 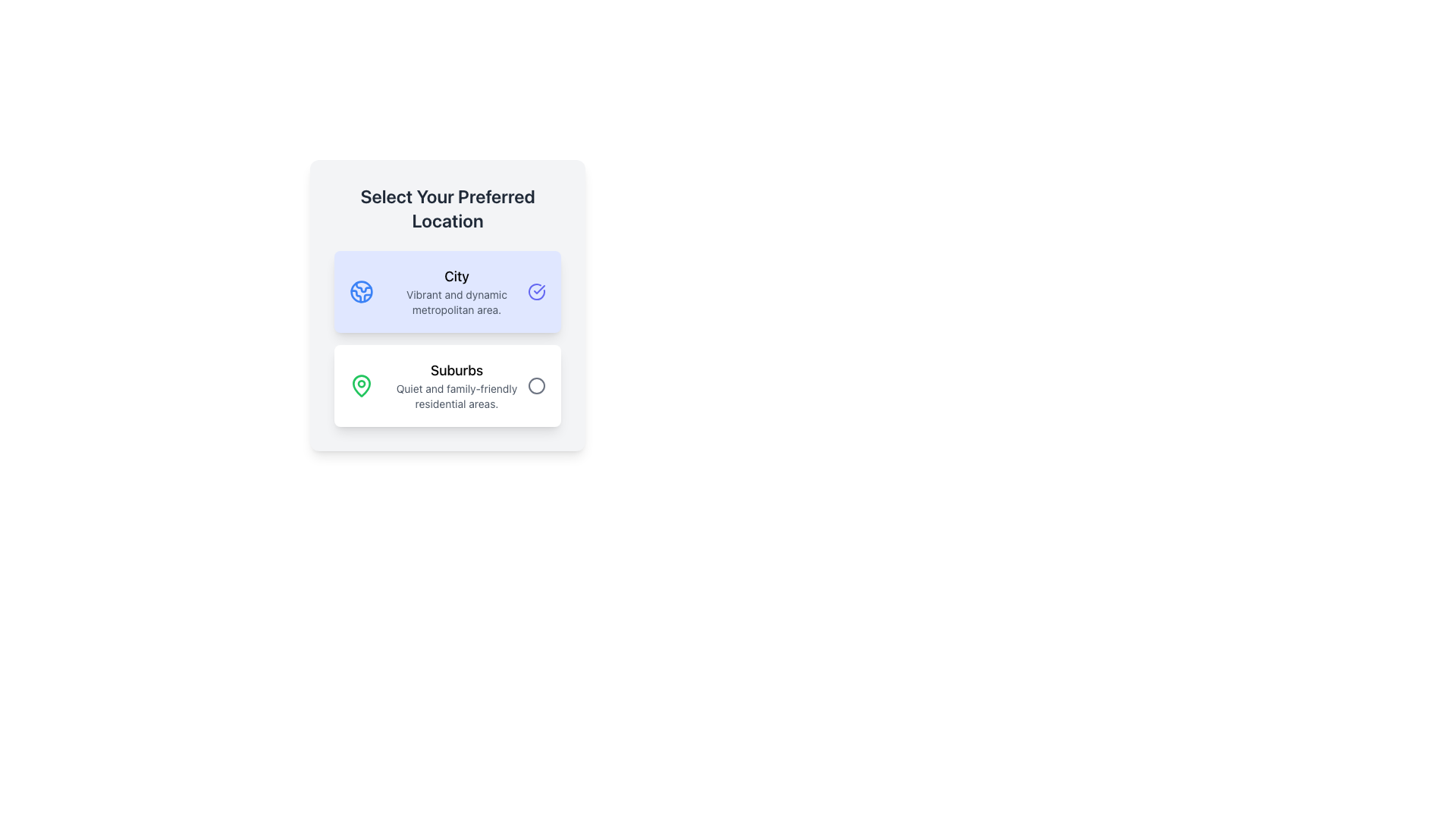 What do you see at coordinates (447, 385) in the screenshot?
I see `the 'Suburbs' selectable option, which features a green location marker icon and a description of 'Quiet and family-friendly residential areas.'` at bounding box center [447, 385].